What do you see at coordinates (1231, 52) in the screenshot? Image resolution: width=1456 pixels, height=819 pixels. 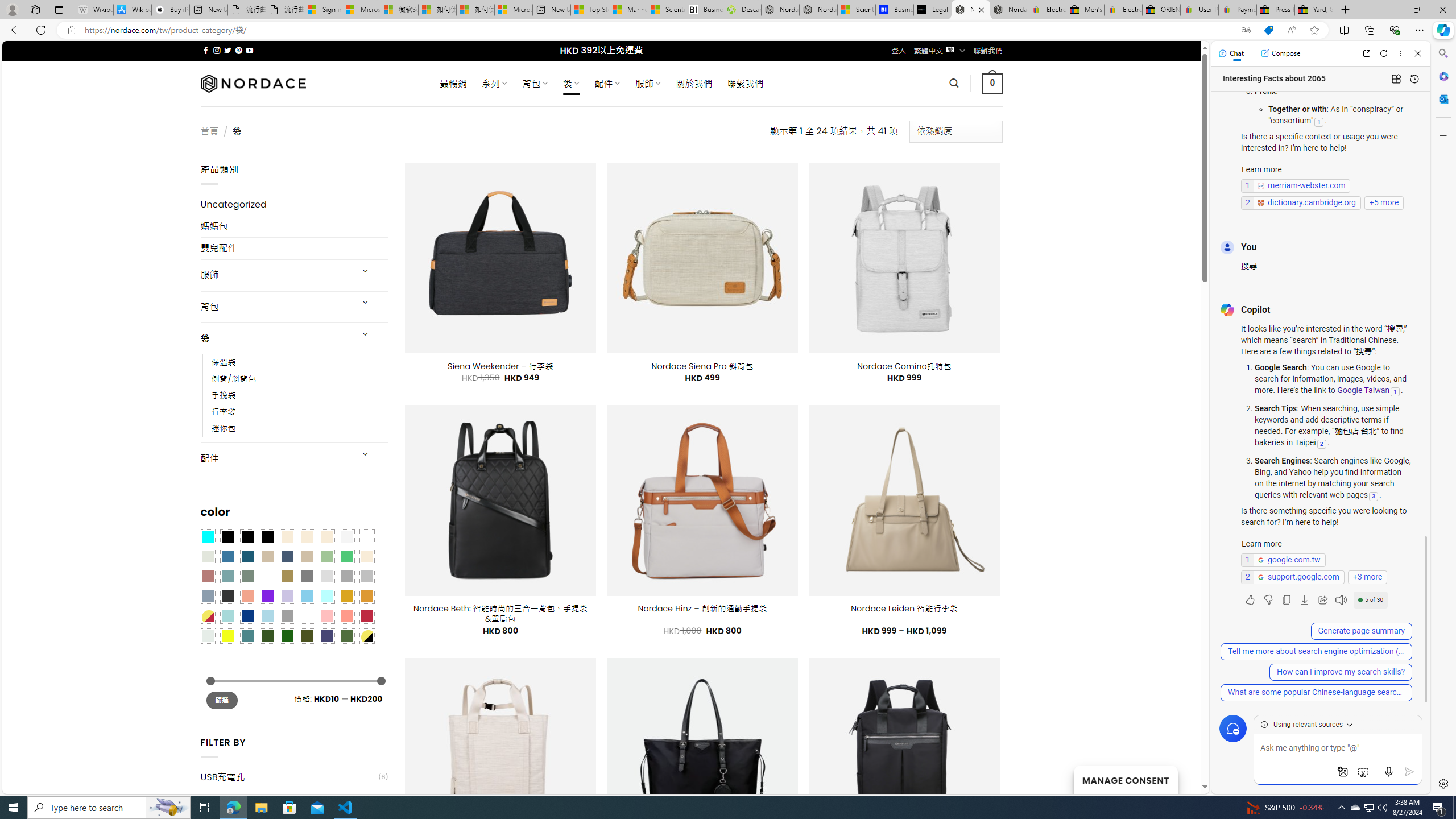 I see `'Chat'` at bounding box center [1231, 52].